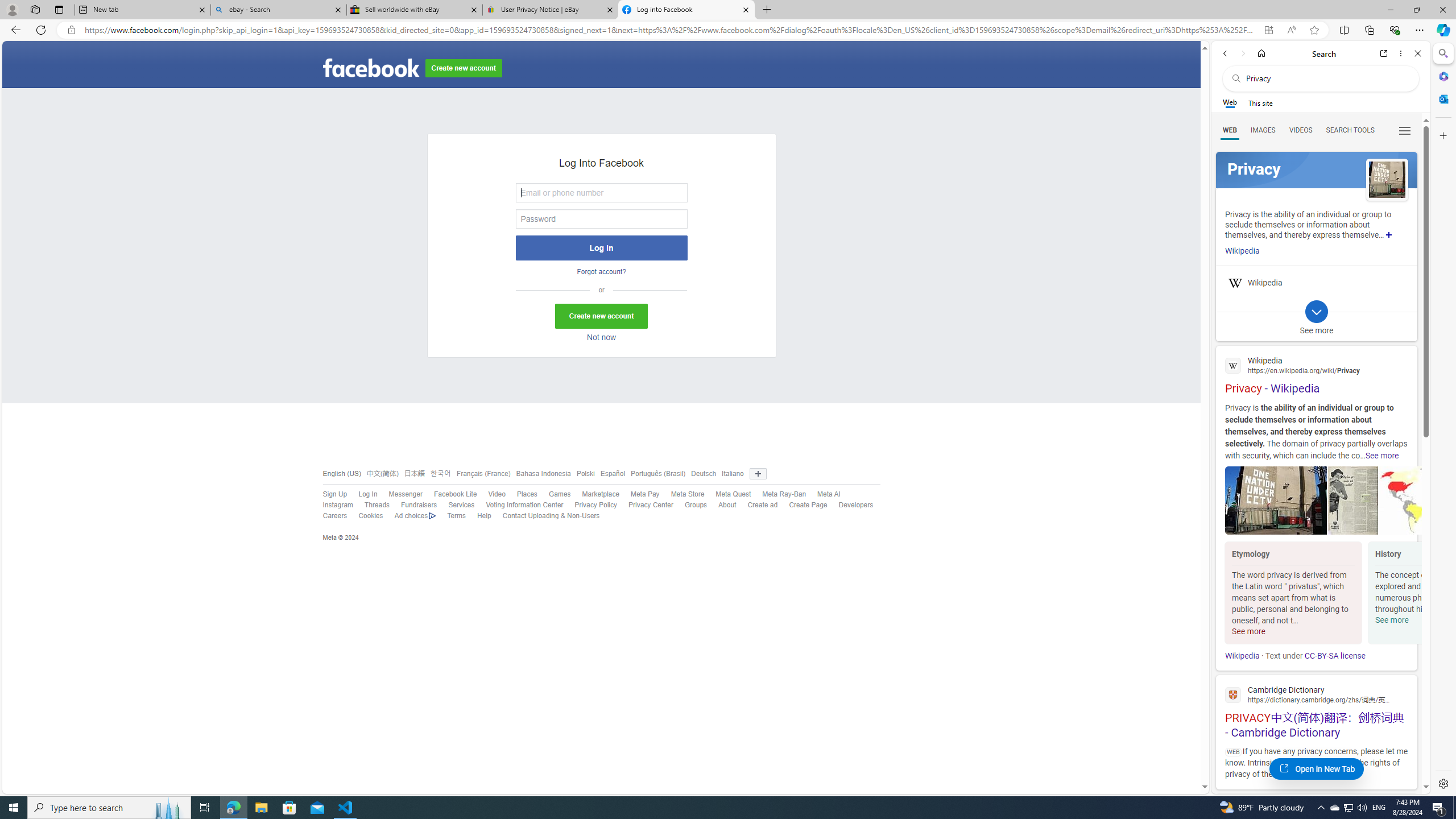 This screenshot has width=1456, height=819. What do you see at coordinates (802, 505) in the screenshot?
I see `'Create Page'` at bounding box center [802, 505].